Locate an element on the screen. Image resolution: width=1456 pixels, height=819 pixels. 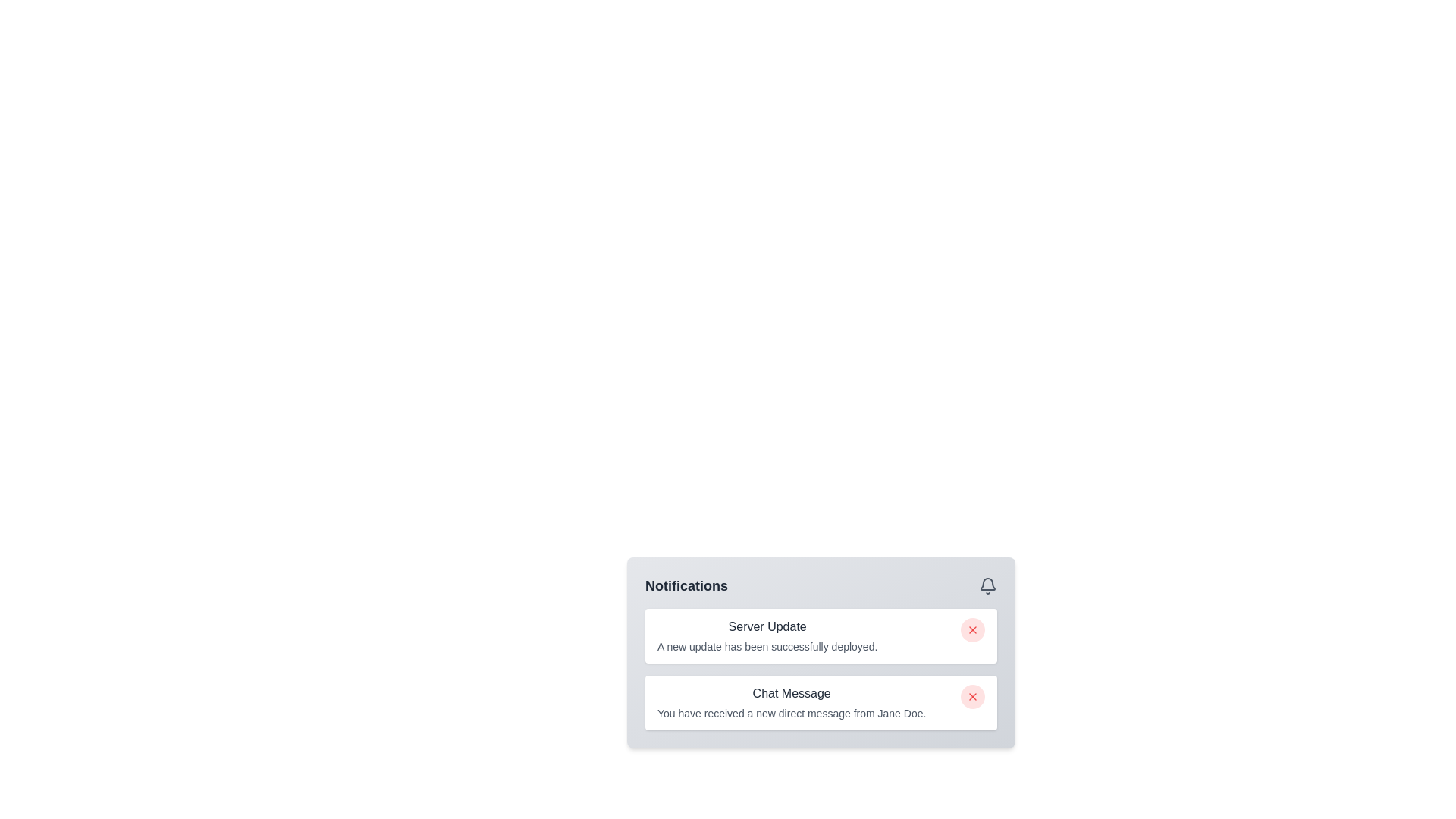
the notification label indicating a new direct message within the lower notification box of the message panel titled 'Notifications' is located at coordinates (791, 714).